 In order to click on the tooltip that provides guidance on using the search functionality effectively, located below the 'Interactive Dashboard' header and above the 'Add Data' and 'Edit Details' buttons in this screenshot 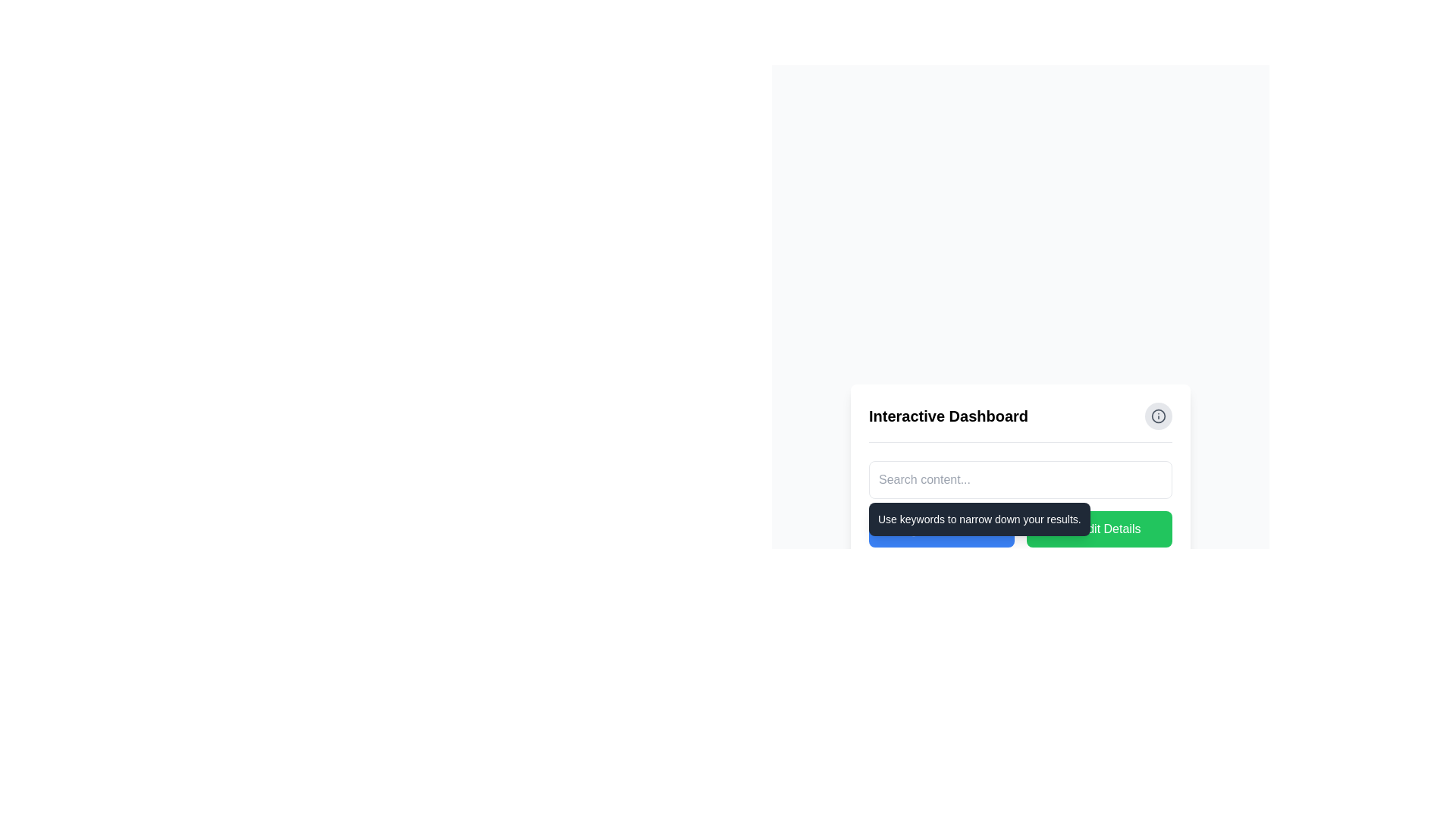, I will do `click(1020, 503)`.